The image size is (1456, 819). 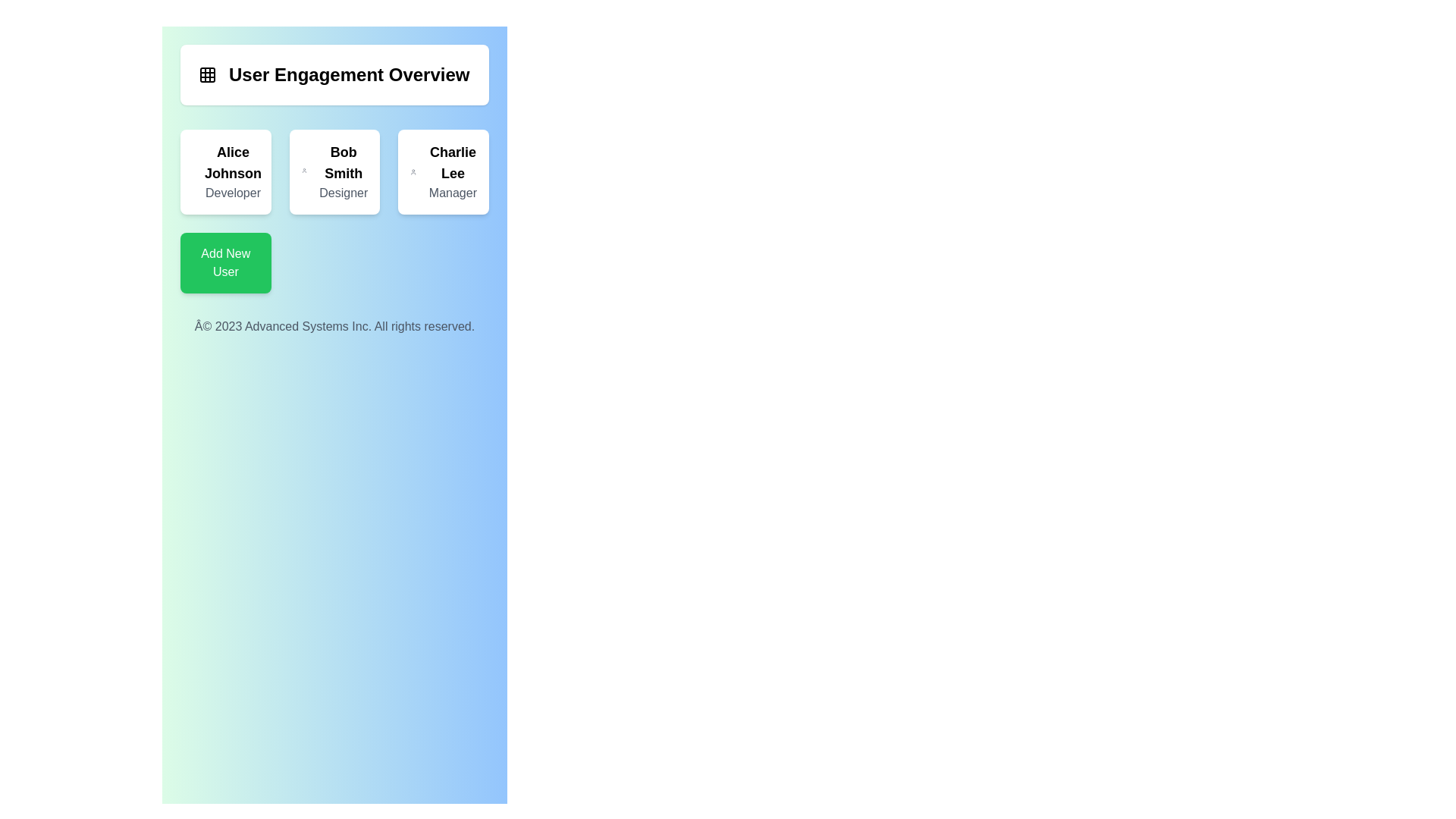 I want to click on the central SVG rectangle within the 3x3 grid in the header section labeled 'User Engagement Overview', so click(x=206, y=75).